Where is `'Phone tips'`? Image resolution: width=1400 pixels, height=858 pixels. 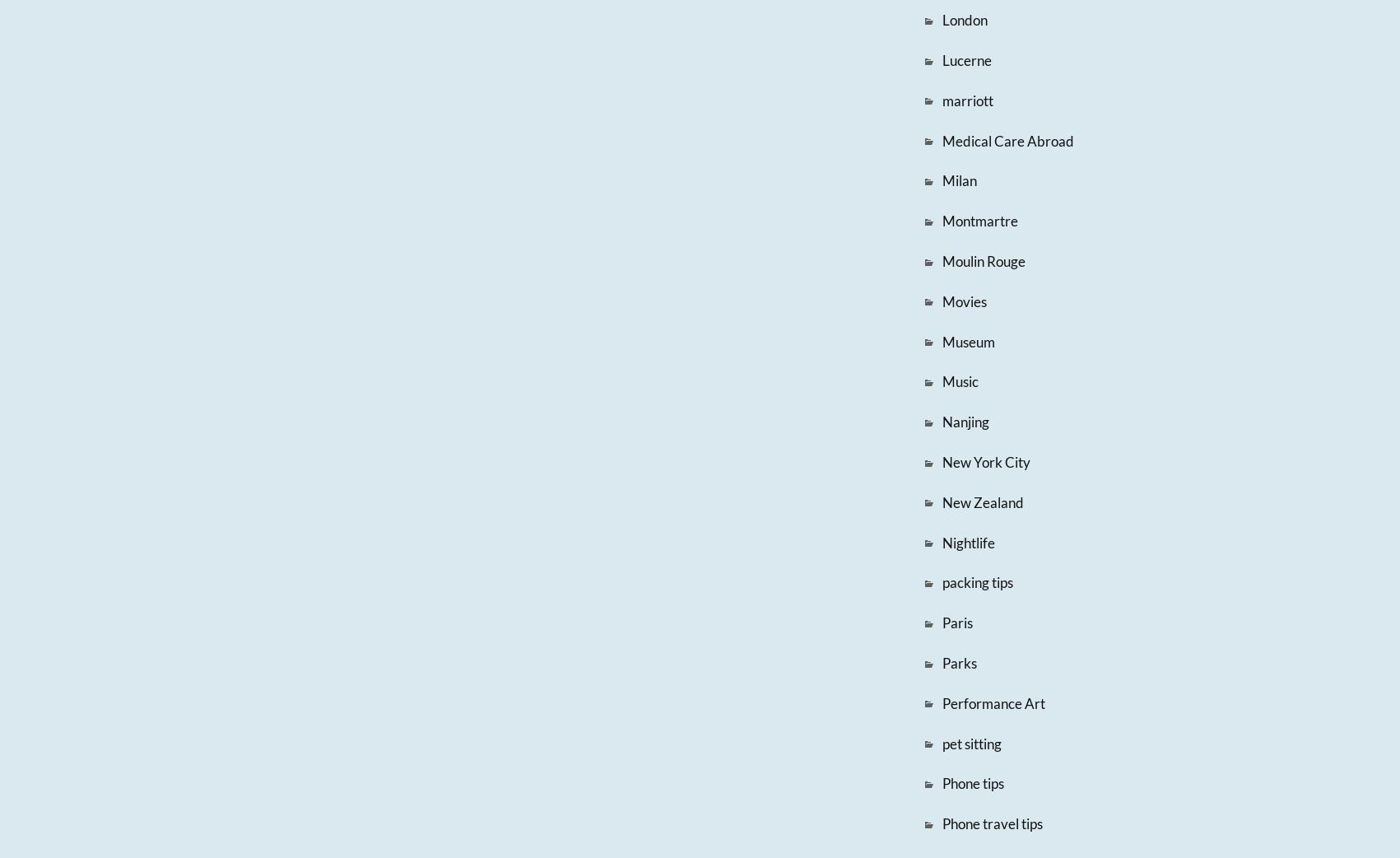 'Phone tips' is located at coordinates (971, 782).